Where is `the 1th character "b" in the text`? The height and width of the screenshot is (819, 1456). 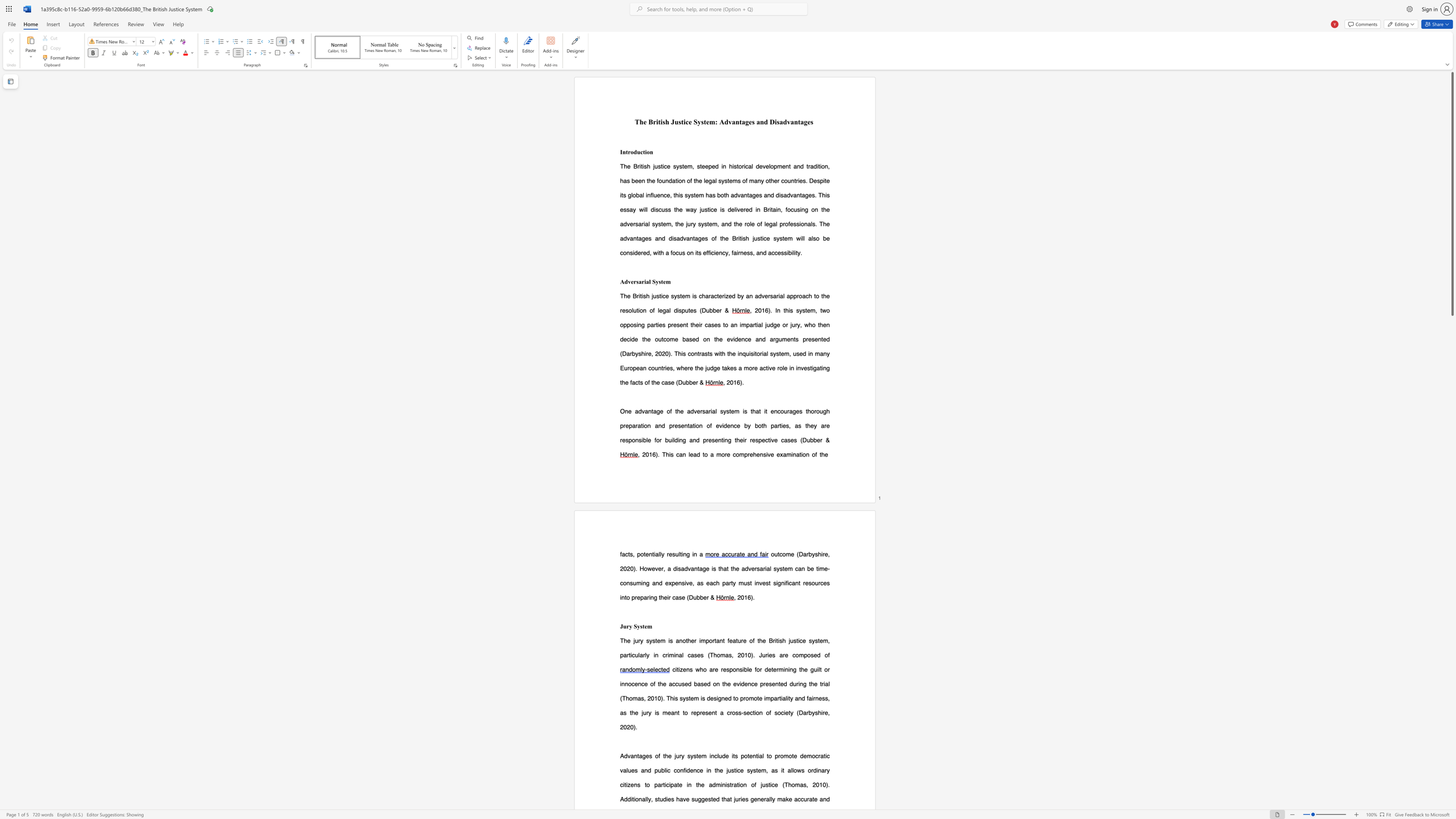 the 1th character "b" in the text is located at coordinates (746, 669).